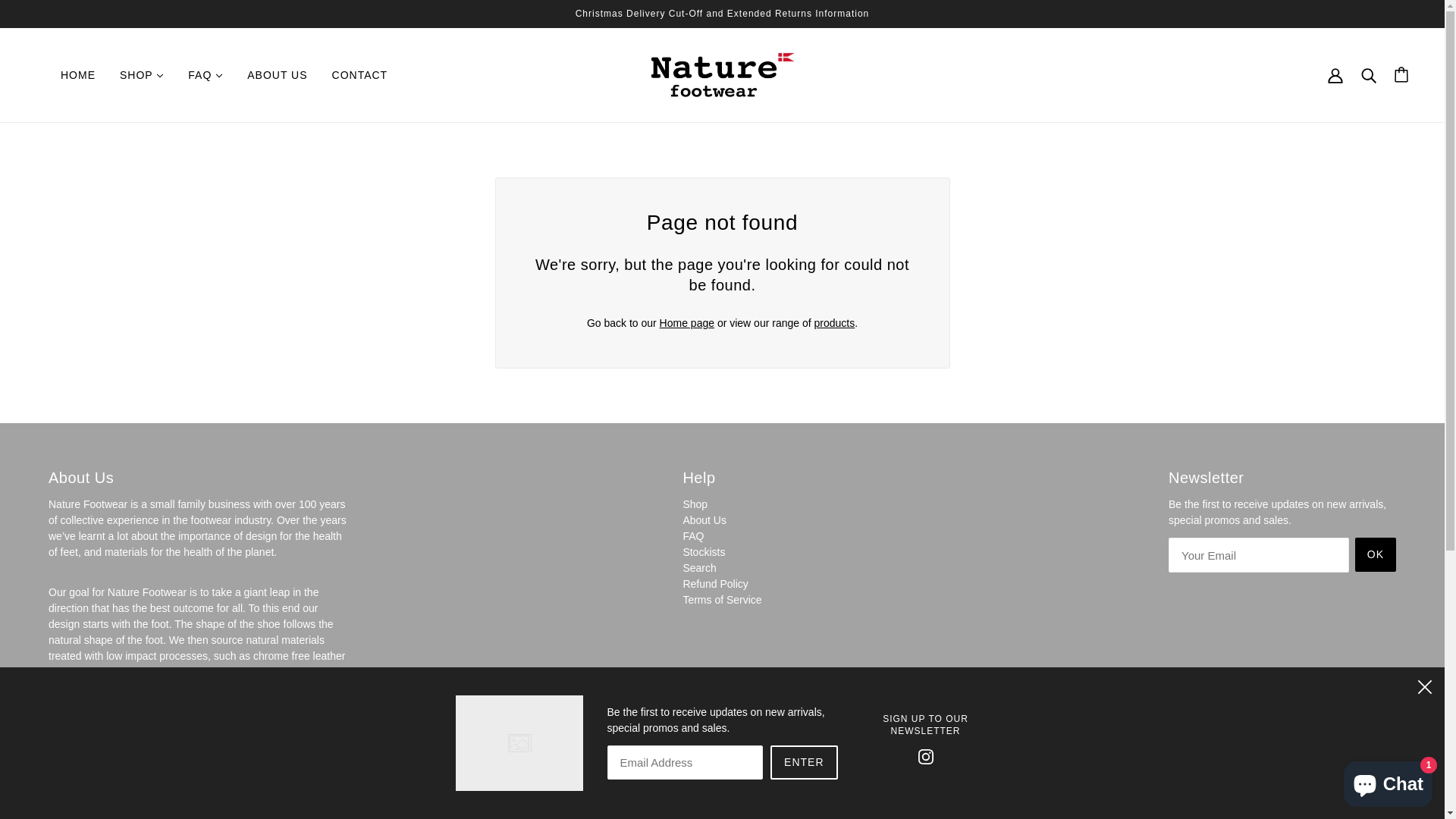 The height and width of the screenshot is (819, 1456). Describe the element at coordinates (833, 322) in the screenshot. I see `'products'` at that location.